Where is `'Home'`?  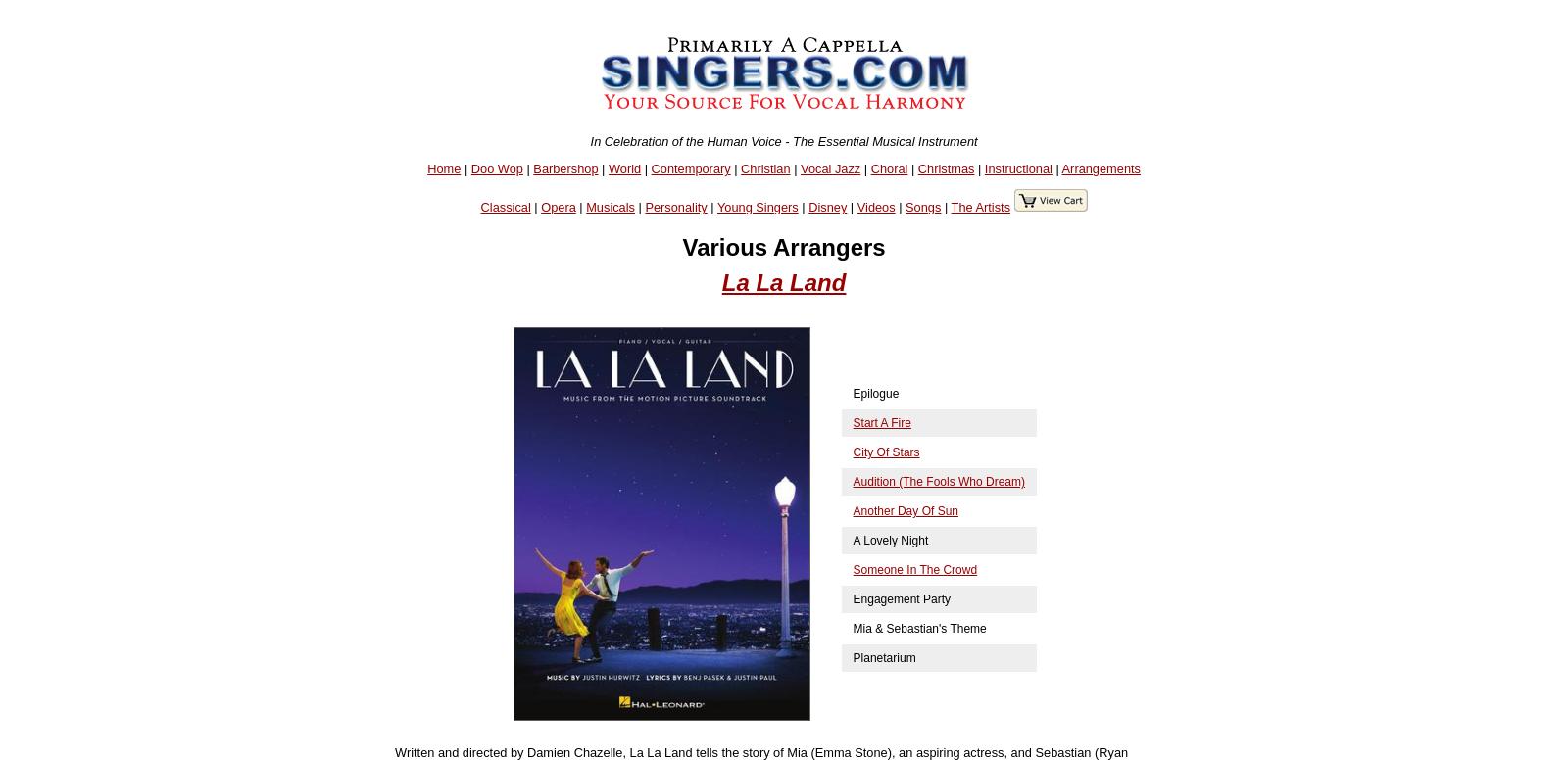 'Home' is located at coordinates (426, 167).